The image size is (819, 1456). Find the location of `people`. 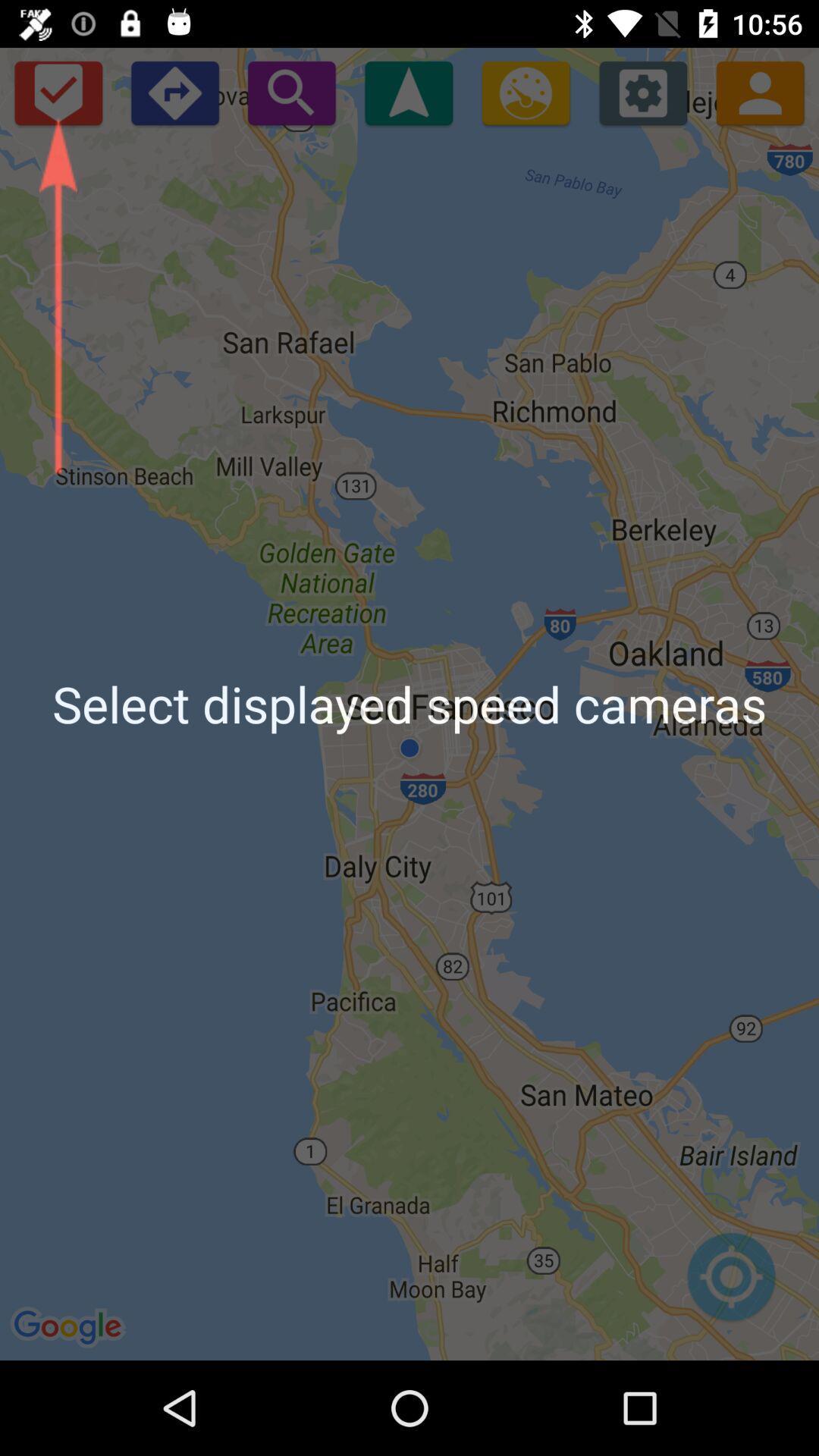

people is located at coordinates (760, 92).